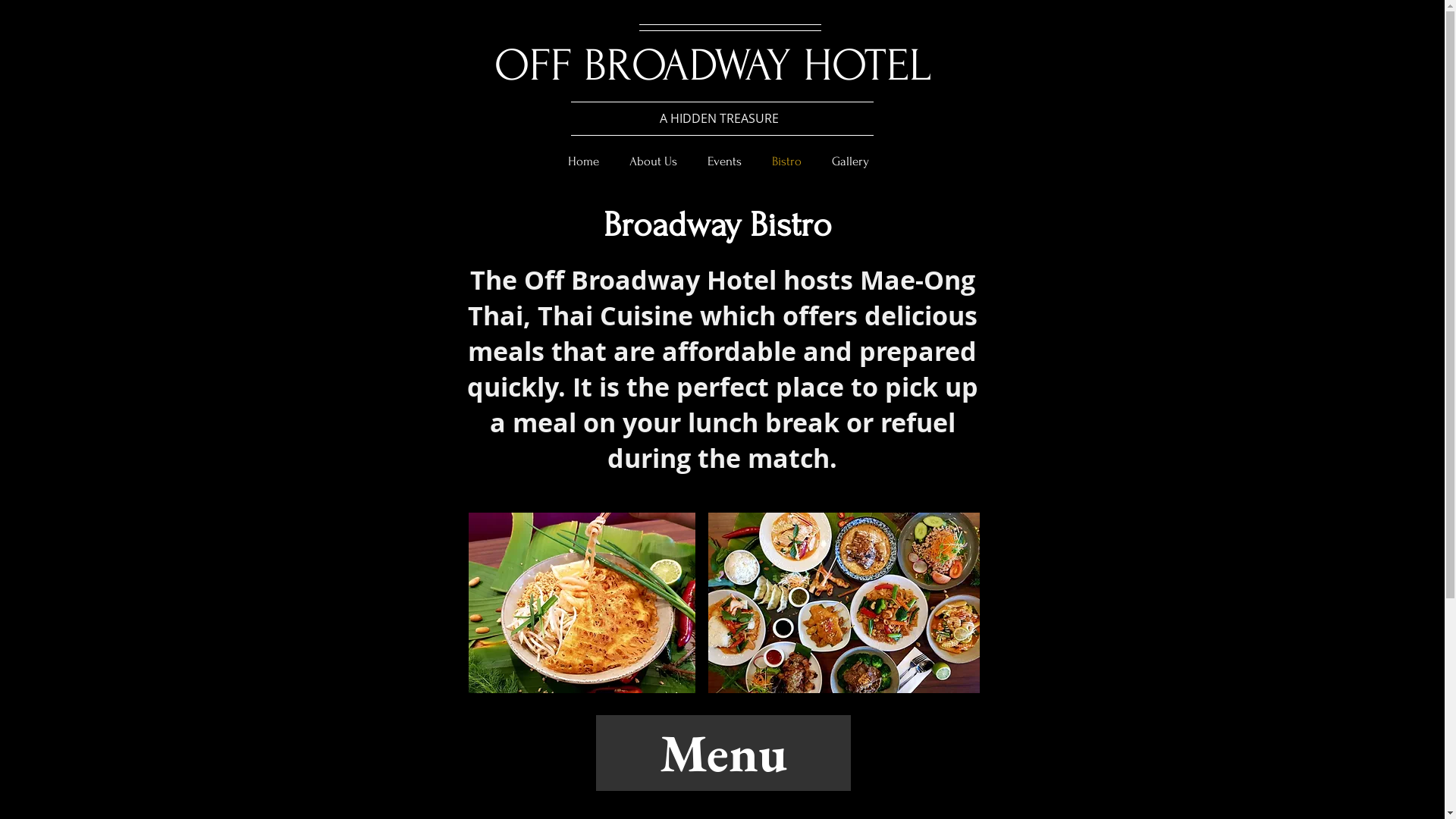 The image size is (1456, 819). What do you see at coordinates (723, 161) in the screenshot?
I see `'Events'` at bounding box center [723, 161].